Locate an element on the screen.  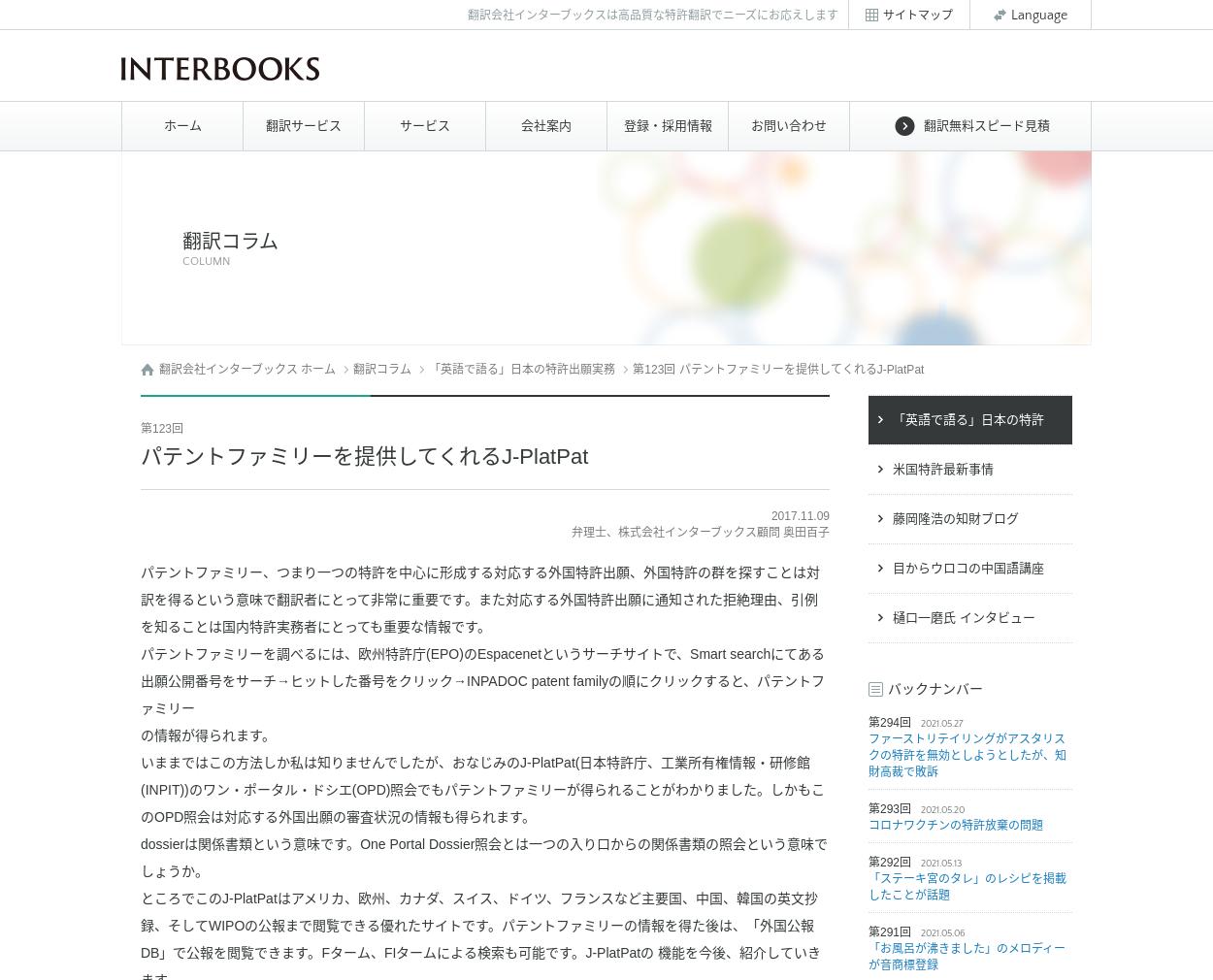
'2021.05.13' is located at coordinates (940, 864).